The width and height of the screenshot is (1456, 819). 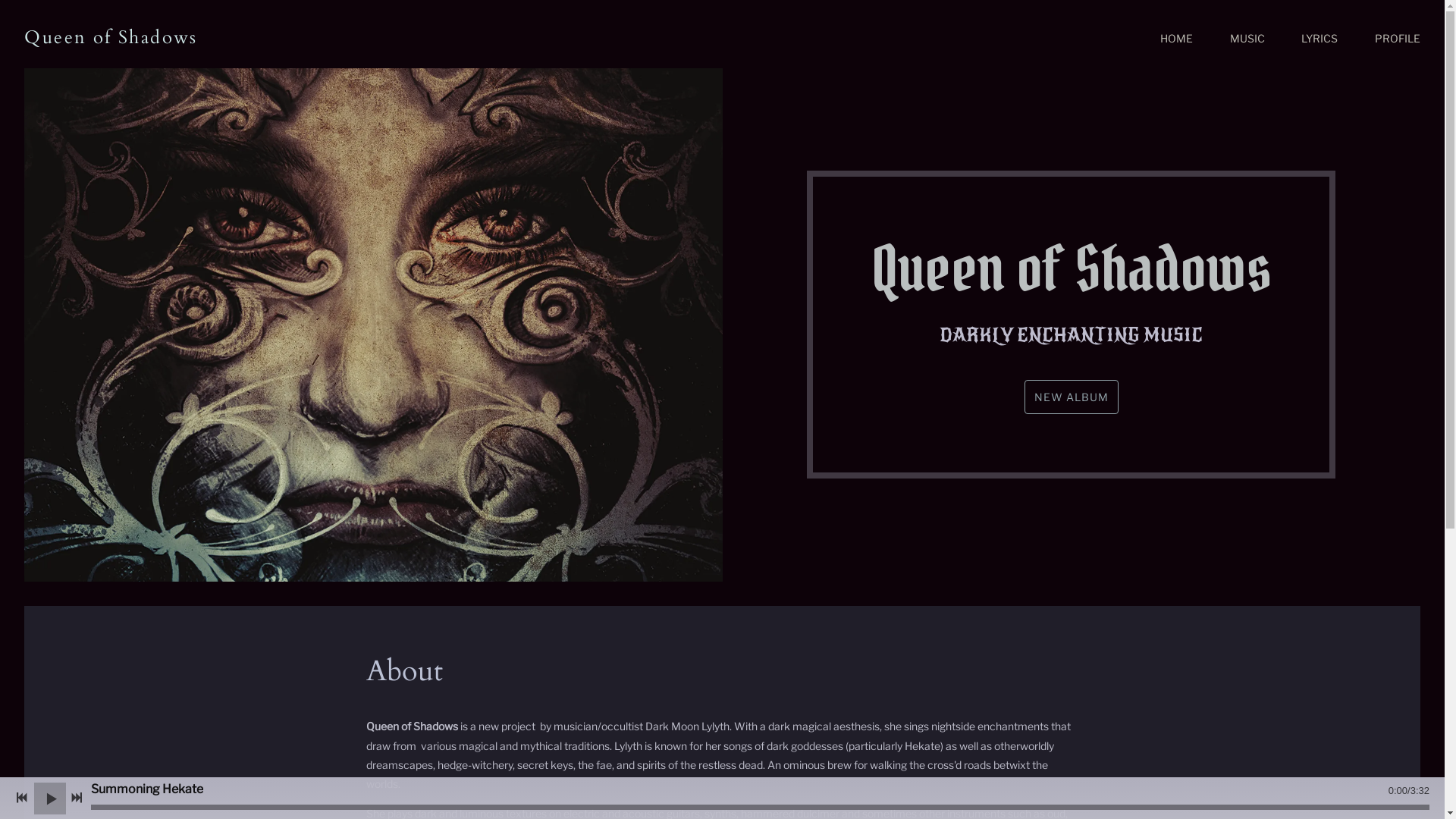 I want to click on 'Previous track', so click(x=21, y=797).